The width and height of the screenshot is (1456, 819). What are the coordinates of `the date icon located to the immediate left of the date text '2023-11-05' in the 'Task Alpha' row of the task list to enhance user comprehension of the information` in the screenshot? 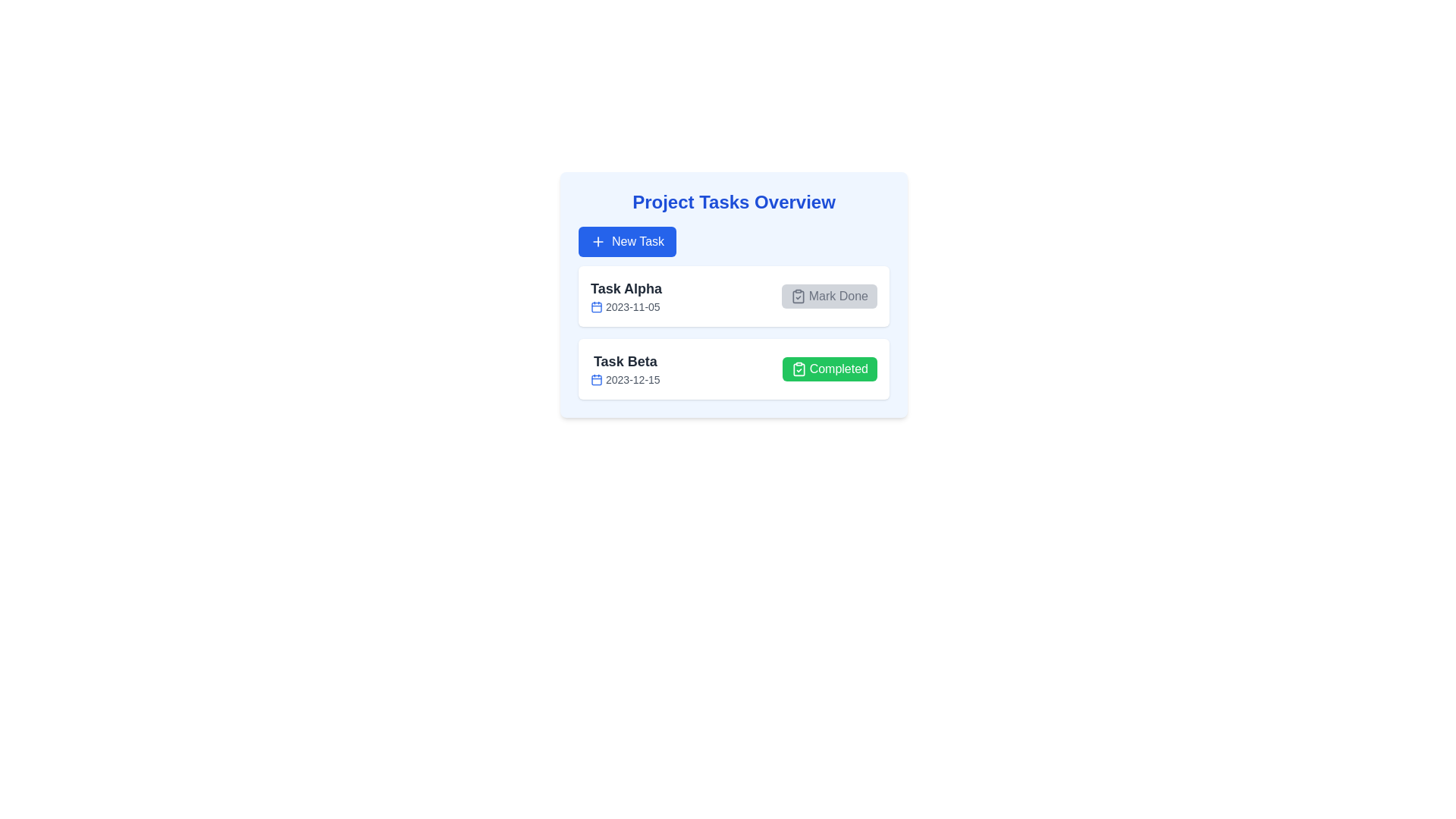 It's located at (596, 307).